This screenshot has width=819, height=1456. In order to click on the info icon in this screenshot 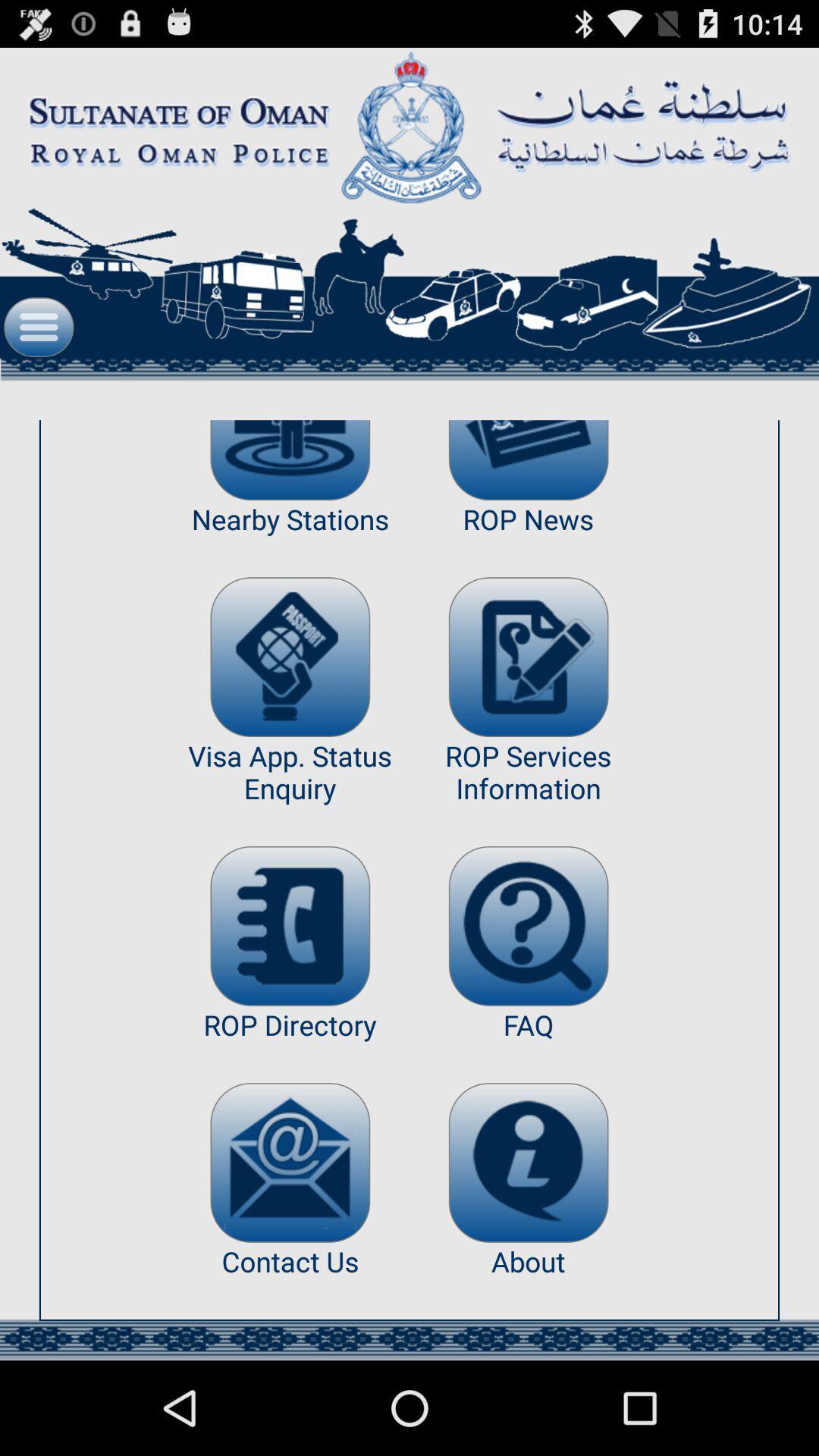, I will do `click(528, 1244)`.